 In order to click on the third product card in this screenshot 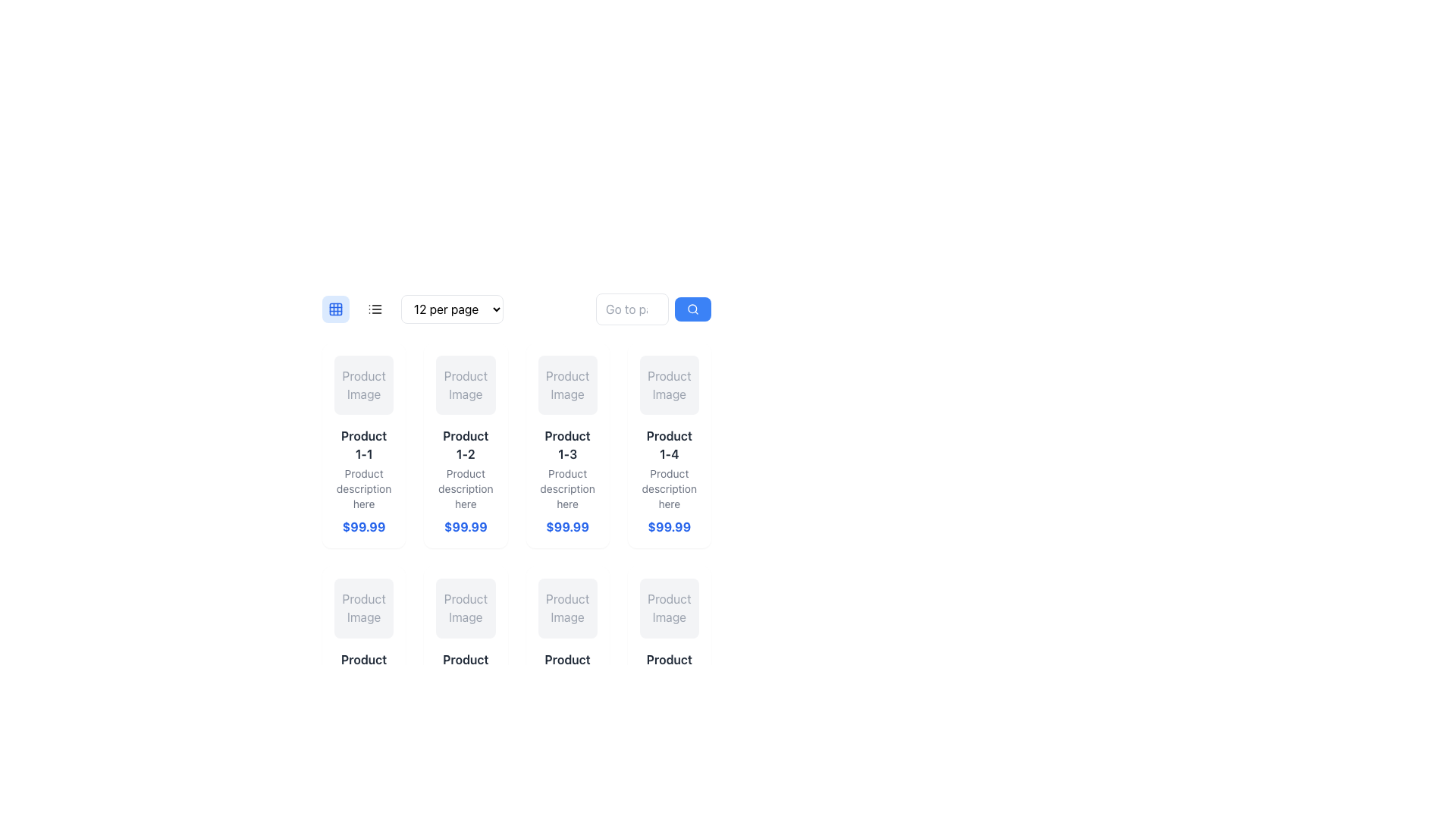, I will do `click(516, 460)`.